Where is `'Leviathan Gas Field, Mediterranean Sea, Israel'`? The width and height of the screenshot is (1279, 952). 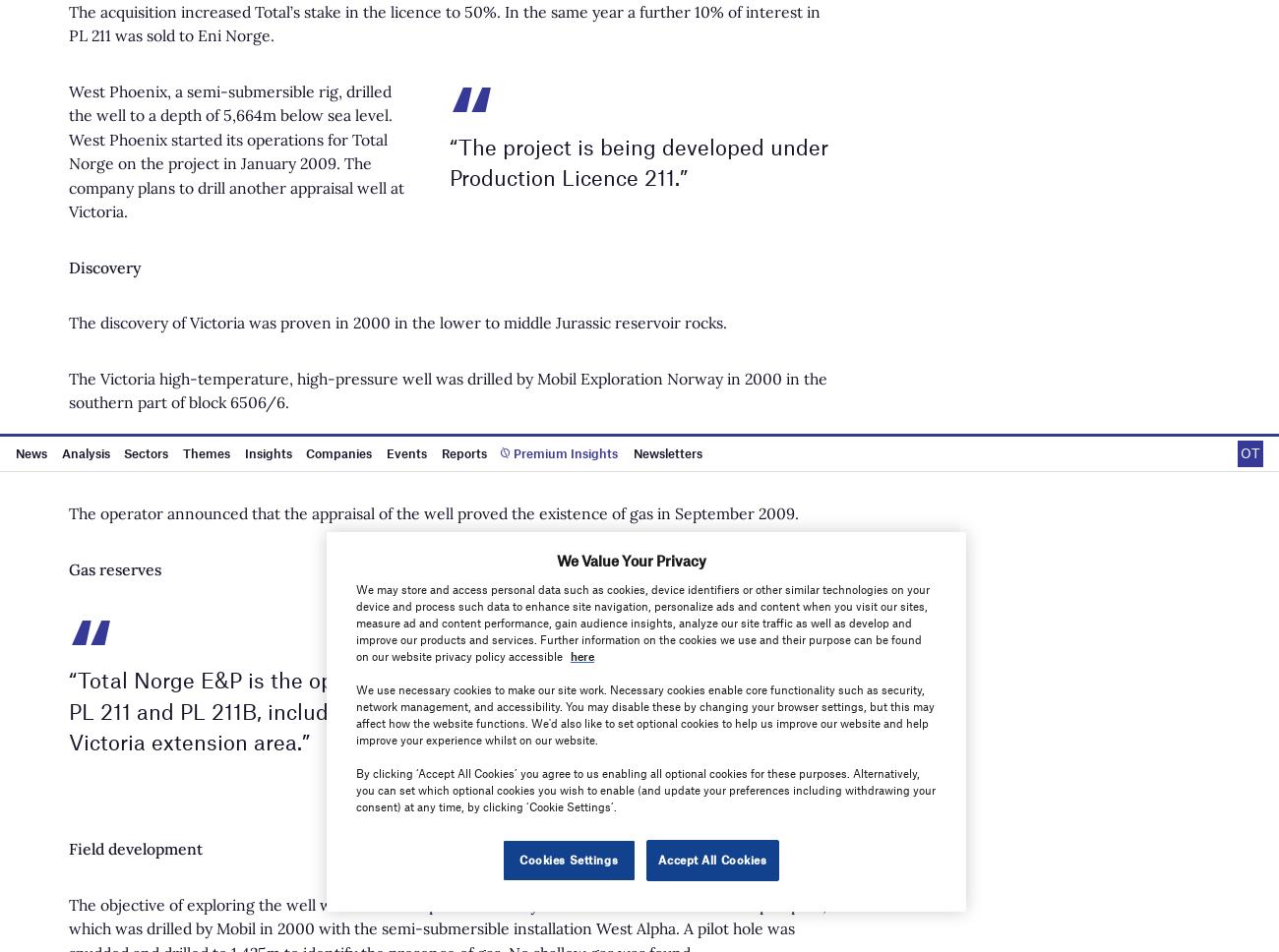
'Leviathan Gas Field, Mediterranean Sea, Israel' is located at coordinates (659, 91).